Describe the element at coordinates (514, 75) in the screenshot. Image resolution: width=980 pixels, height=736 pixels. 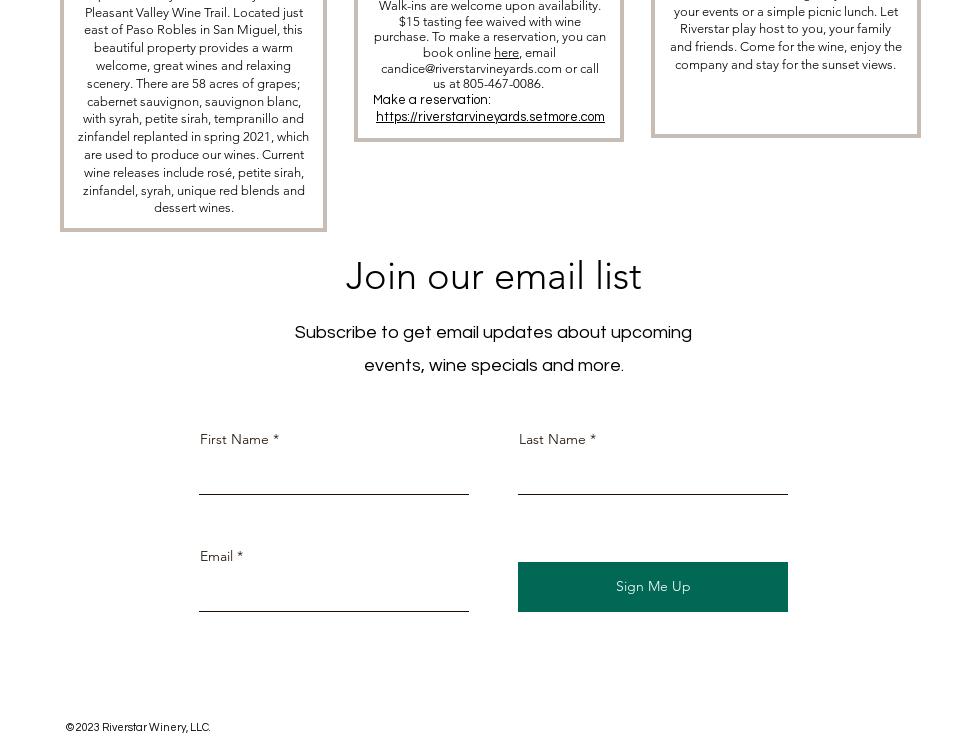
I see `'or call us at 805-467-0086.'` at that location.